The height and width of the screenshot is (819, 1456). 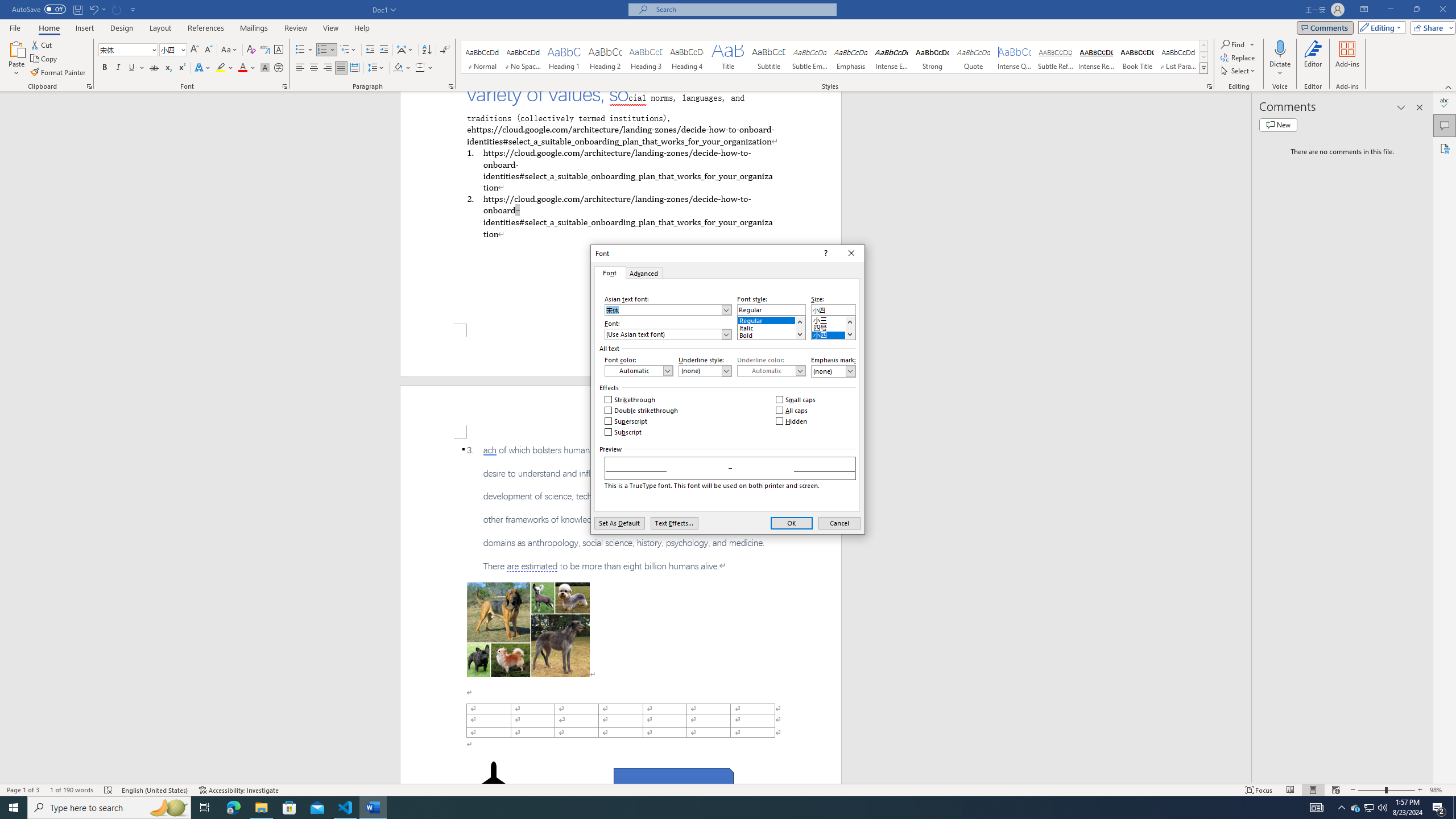 I want to click on 'Center', so click(x=313, y=67).